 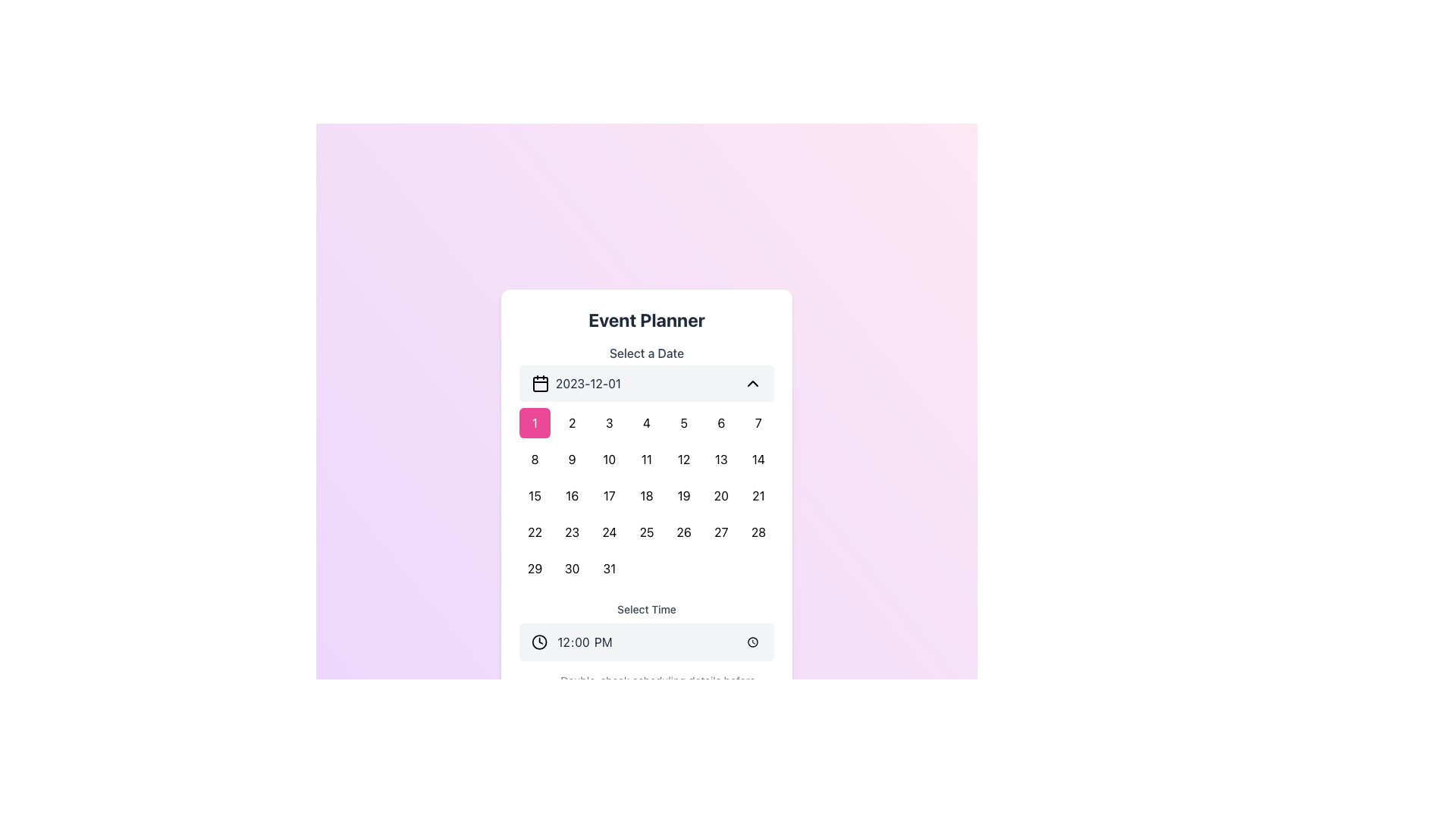 I want to click on the rounded rectangular numeric button labeled '4', so click(x=647, y=423).